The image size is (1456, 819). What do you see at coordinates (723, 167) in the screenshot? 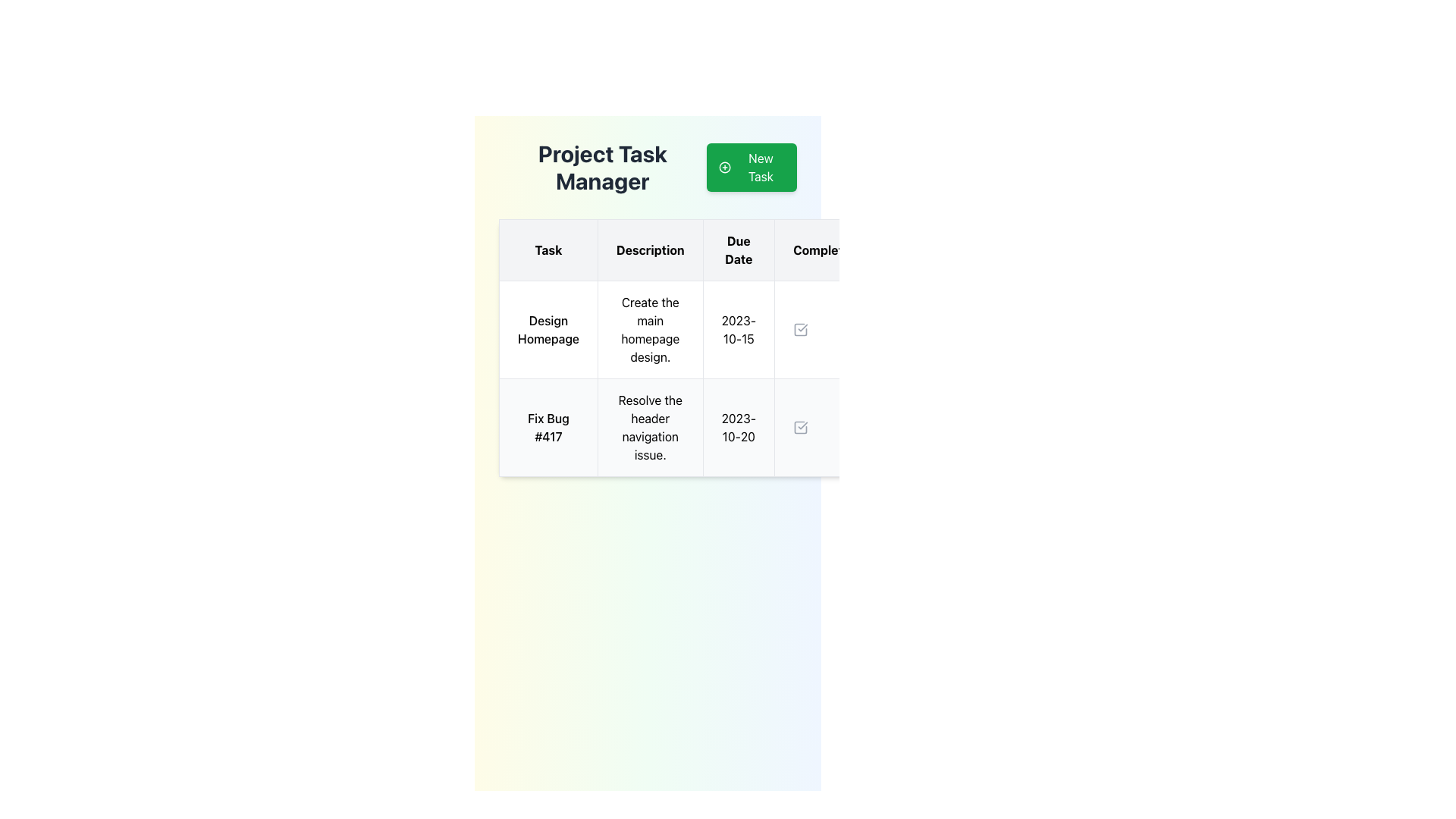
I see `the circular outline of the SVG icon that represents a '+' symbol, located to the right of the 'New Task' button` at bounding box center [723, 167].